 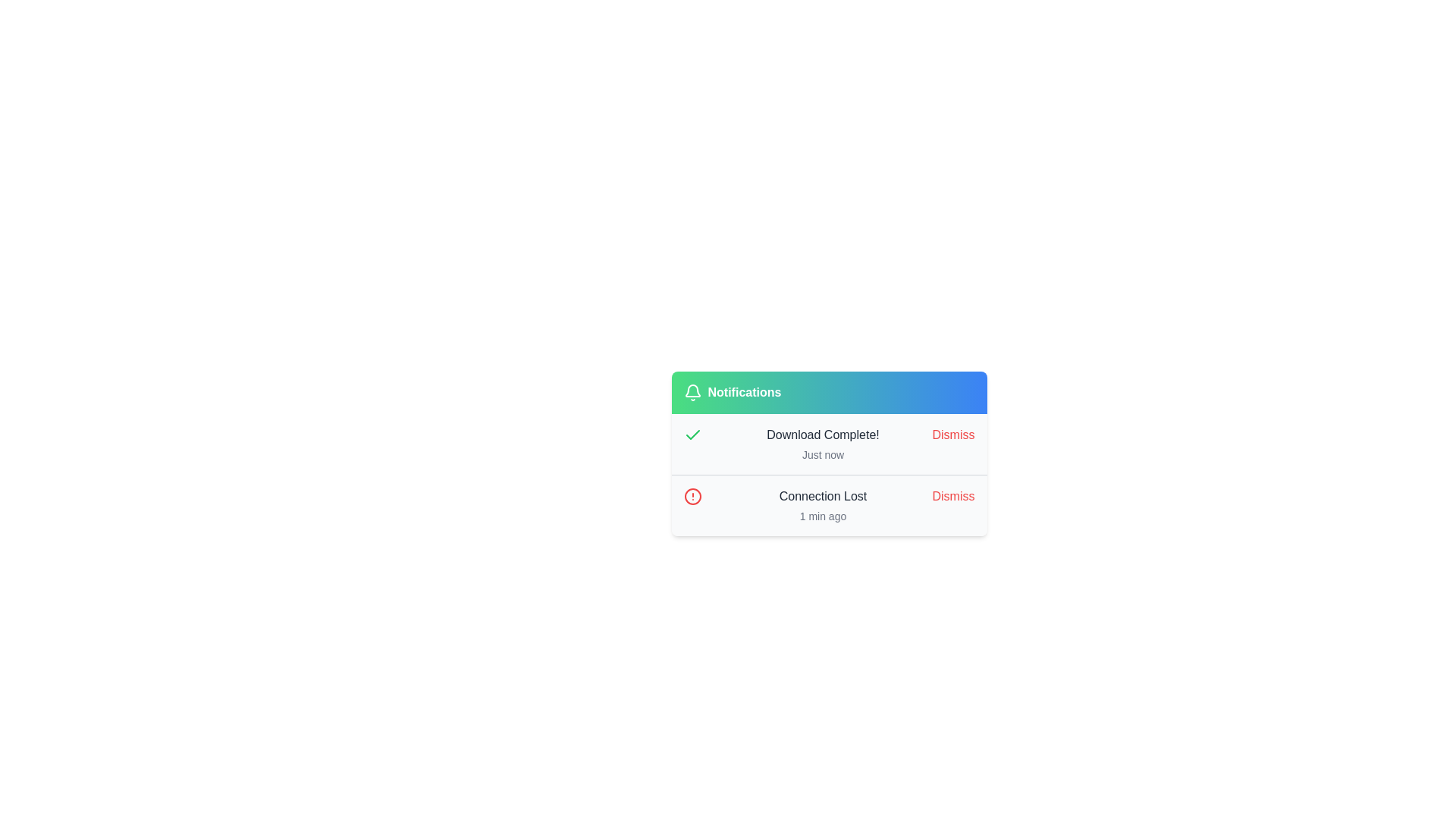 I want to click on notification message titled 'Download Complete!' with the timestamp 'Just now' displayed in the notification list, so click(x=822, y=444).